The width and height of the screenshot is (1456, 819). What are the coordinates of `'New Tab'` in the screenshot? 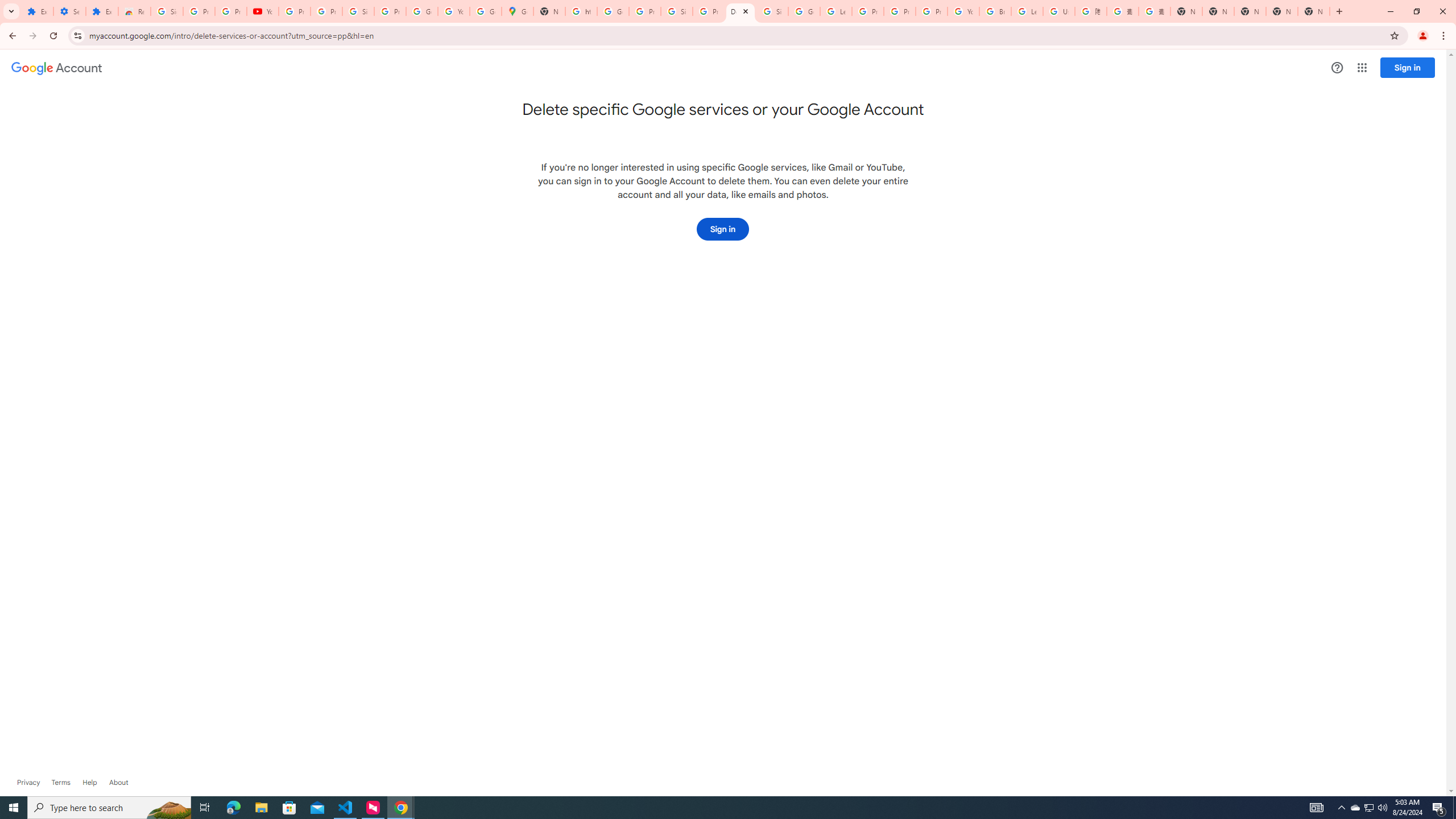 It's located at (1314, 11).